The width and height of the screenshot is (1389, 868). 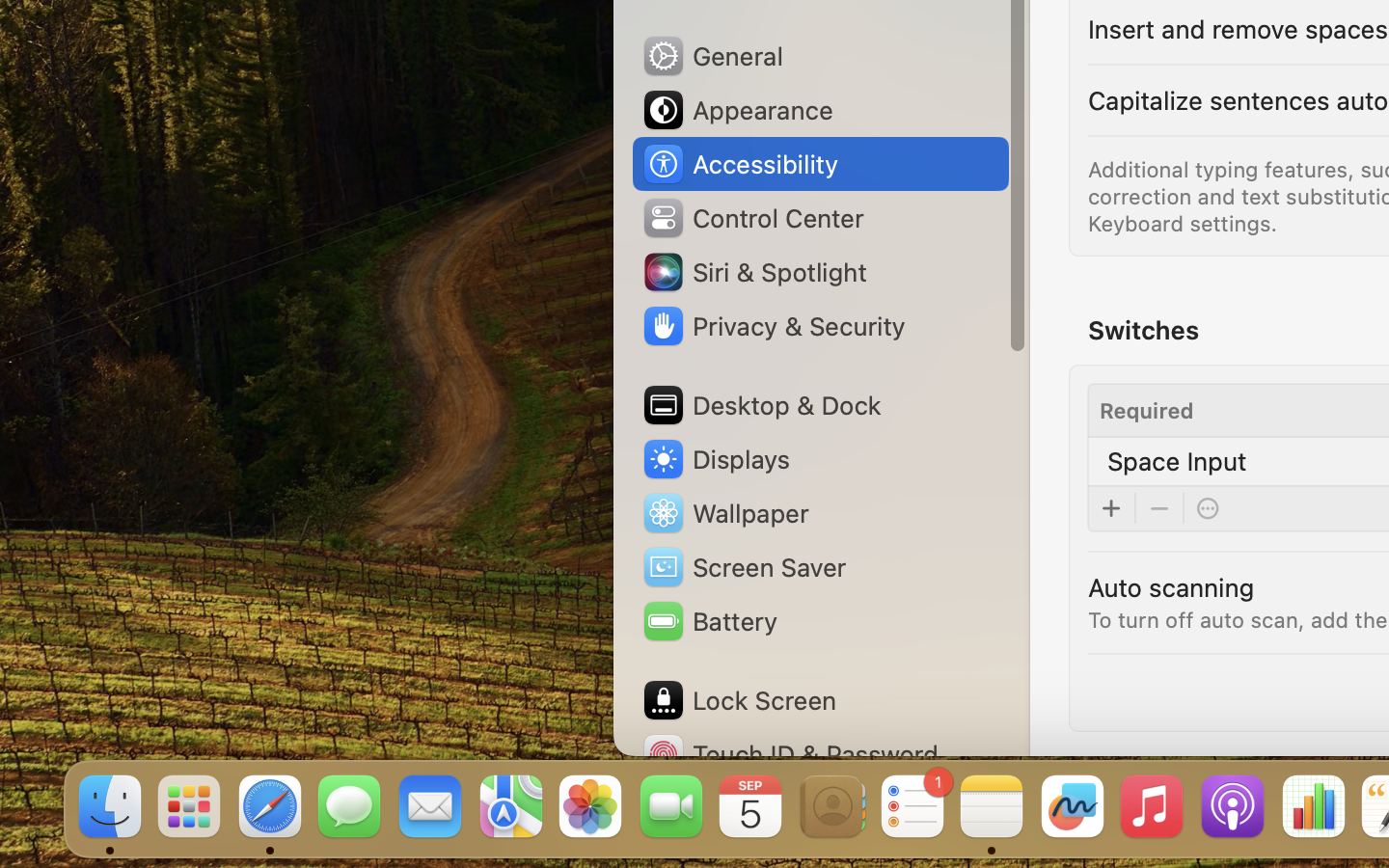 I want to click on 'Wallpaper', so click(x=722, y=511).